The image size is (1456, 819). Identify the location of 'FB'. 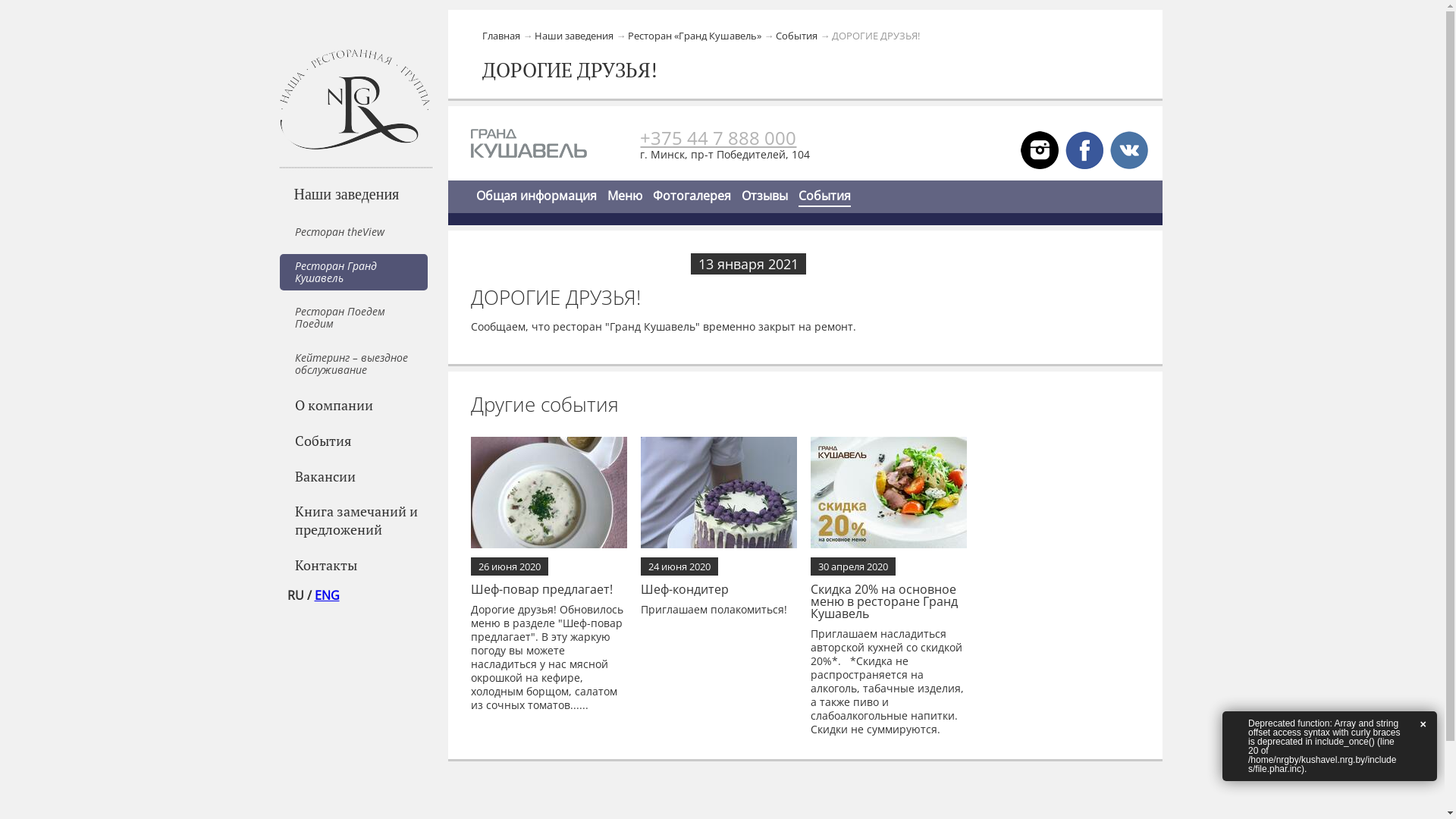
(1065, 149).